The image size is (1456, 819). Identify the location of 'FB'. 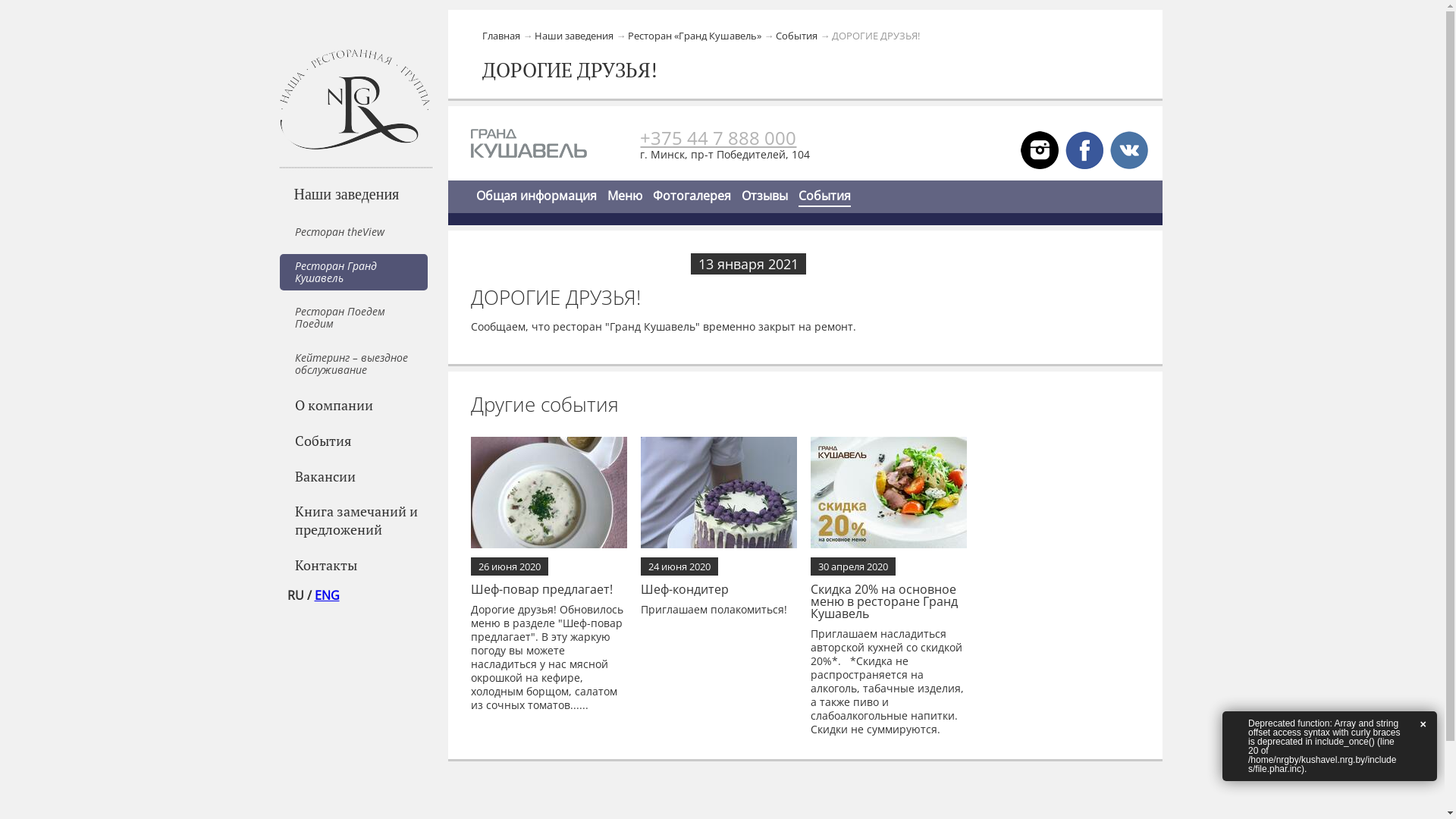
(1065, 149).